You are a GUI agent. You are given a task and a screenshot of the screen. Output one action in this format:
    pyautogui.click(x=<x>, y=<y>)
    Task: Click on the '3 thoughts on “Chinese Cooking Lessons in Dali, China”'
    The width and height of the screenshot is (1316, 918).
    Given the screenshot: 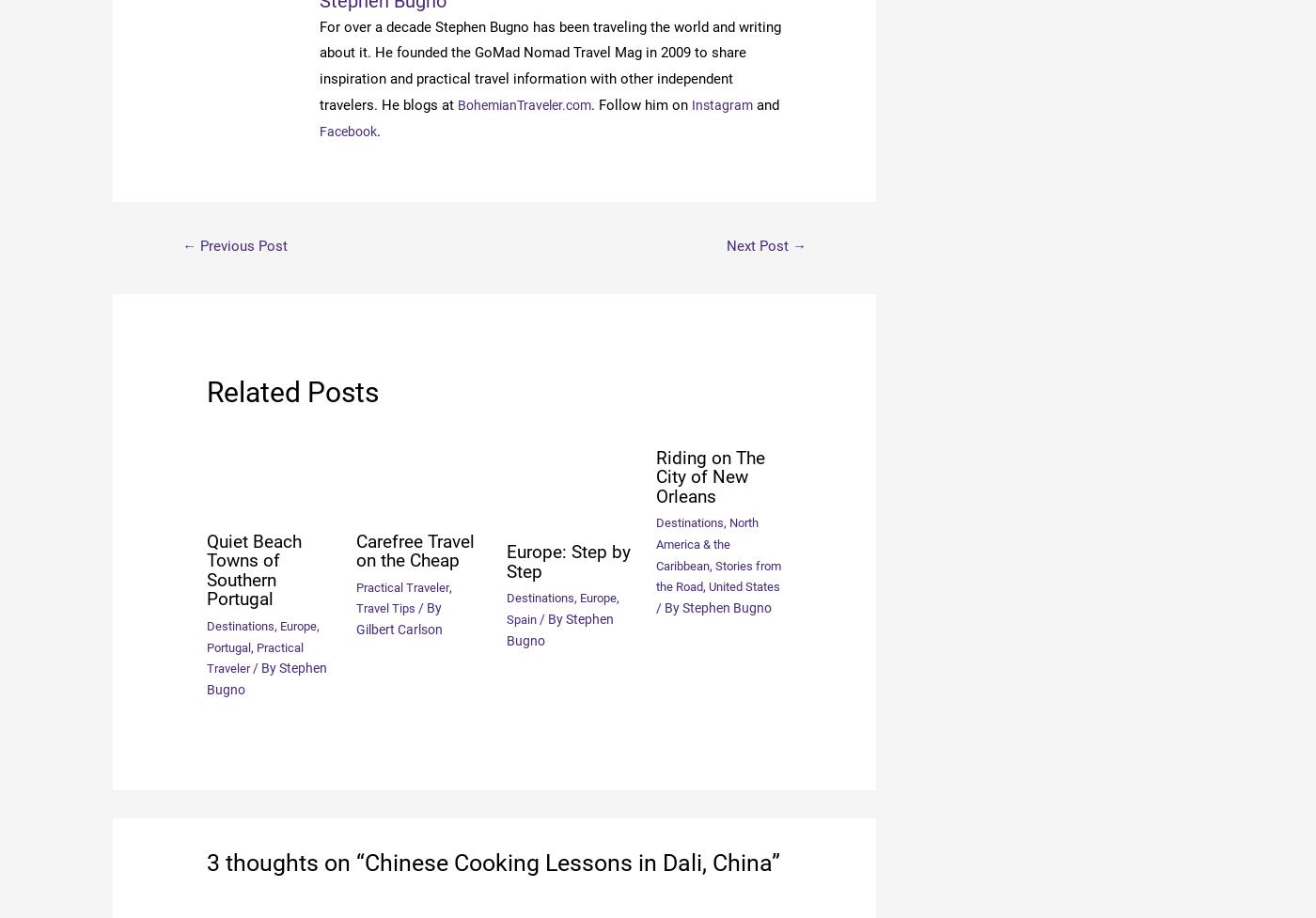 What is the action you would take?
    pyautogui.click(x=493, y=861)
    